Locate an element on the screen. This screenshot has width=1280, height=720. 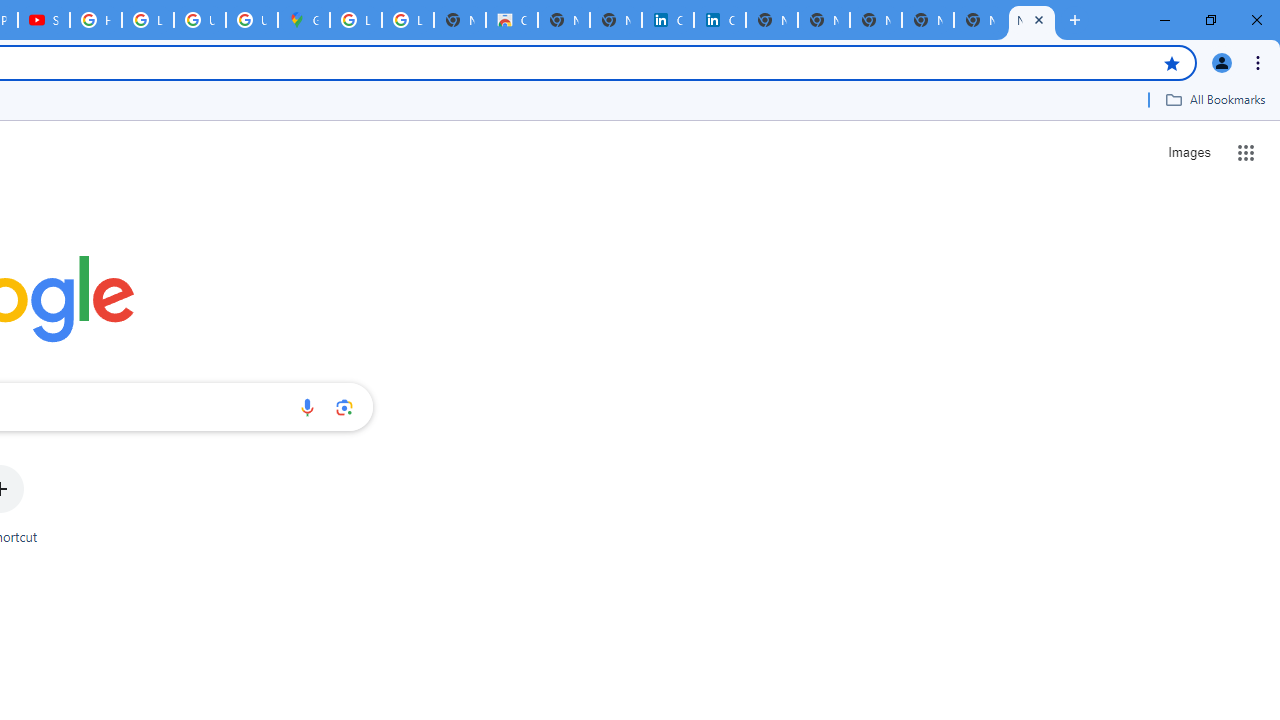
'Google Maps' is located at coordinates (303, 20).